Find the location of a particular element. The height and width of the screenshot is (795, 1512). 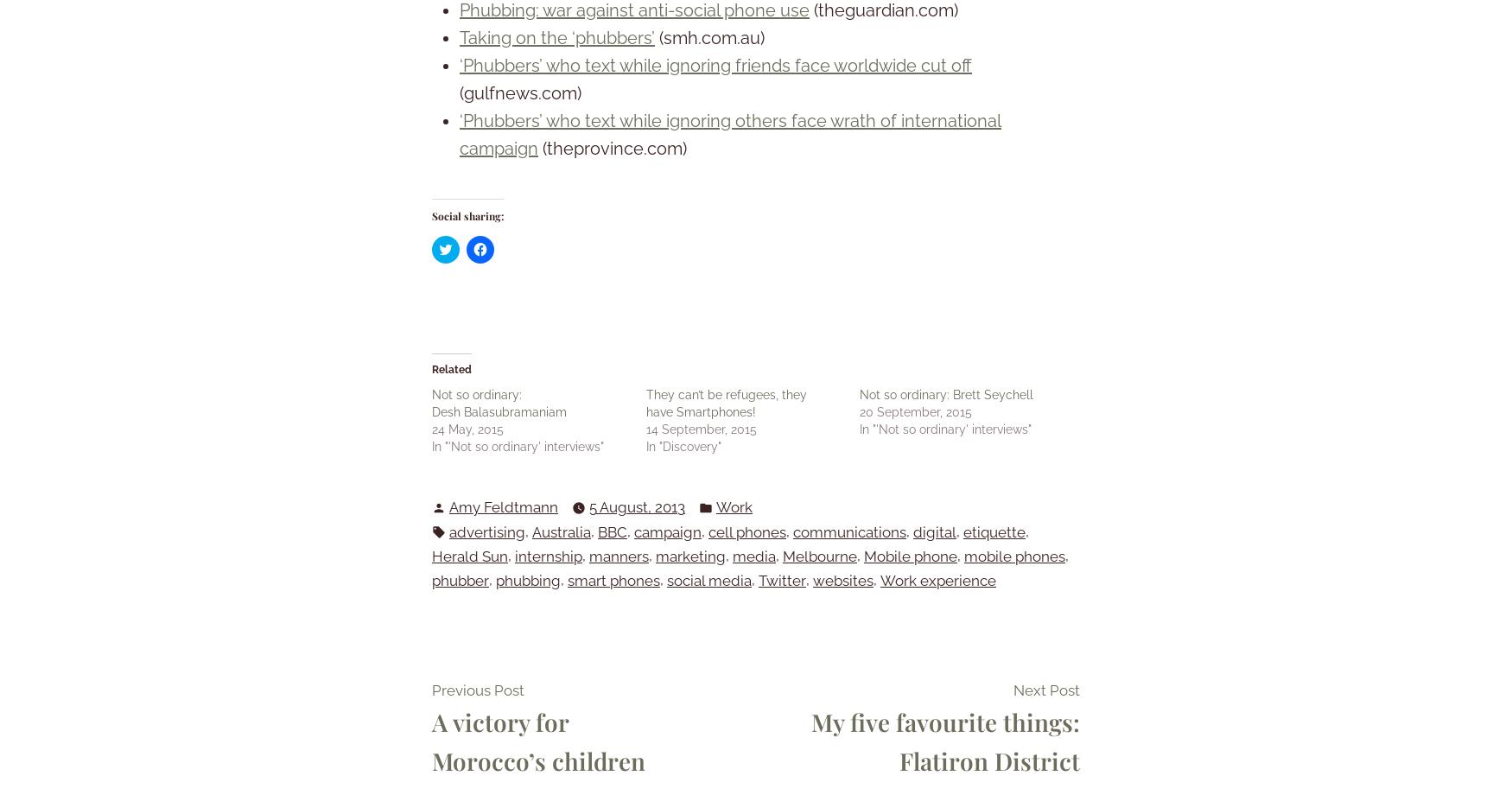

'Related' is located at coordinates (451, 367).